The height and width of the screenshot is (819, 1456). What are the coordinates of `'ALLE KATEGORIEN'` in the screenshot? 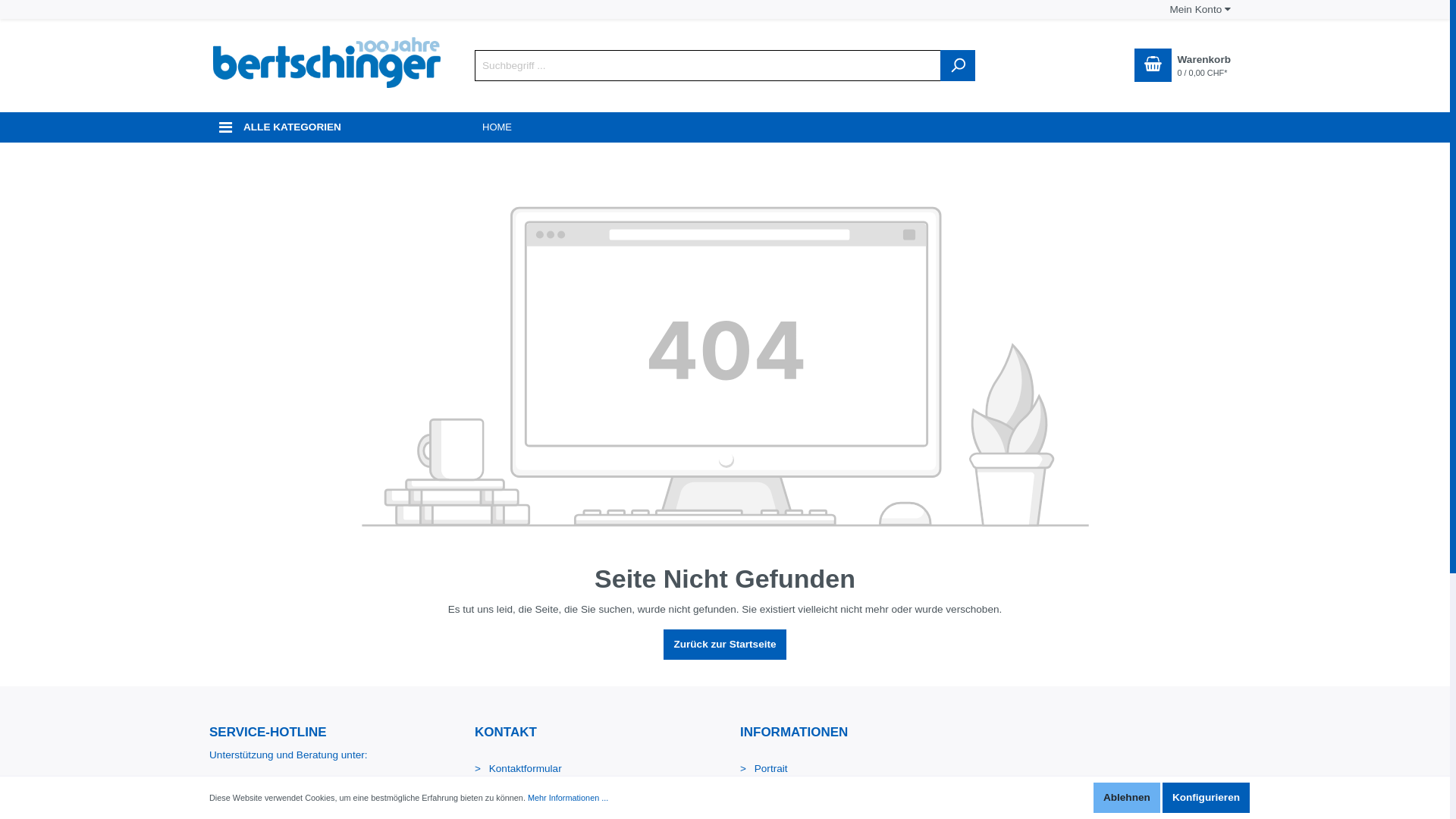 It's located at (326, 127).